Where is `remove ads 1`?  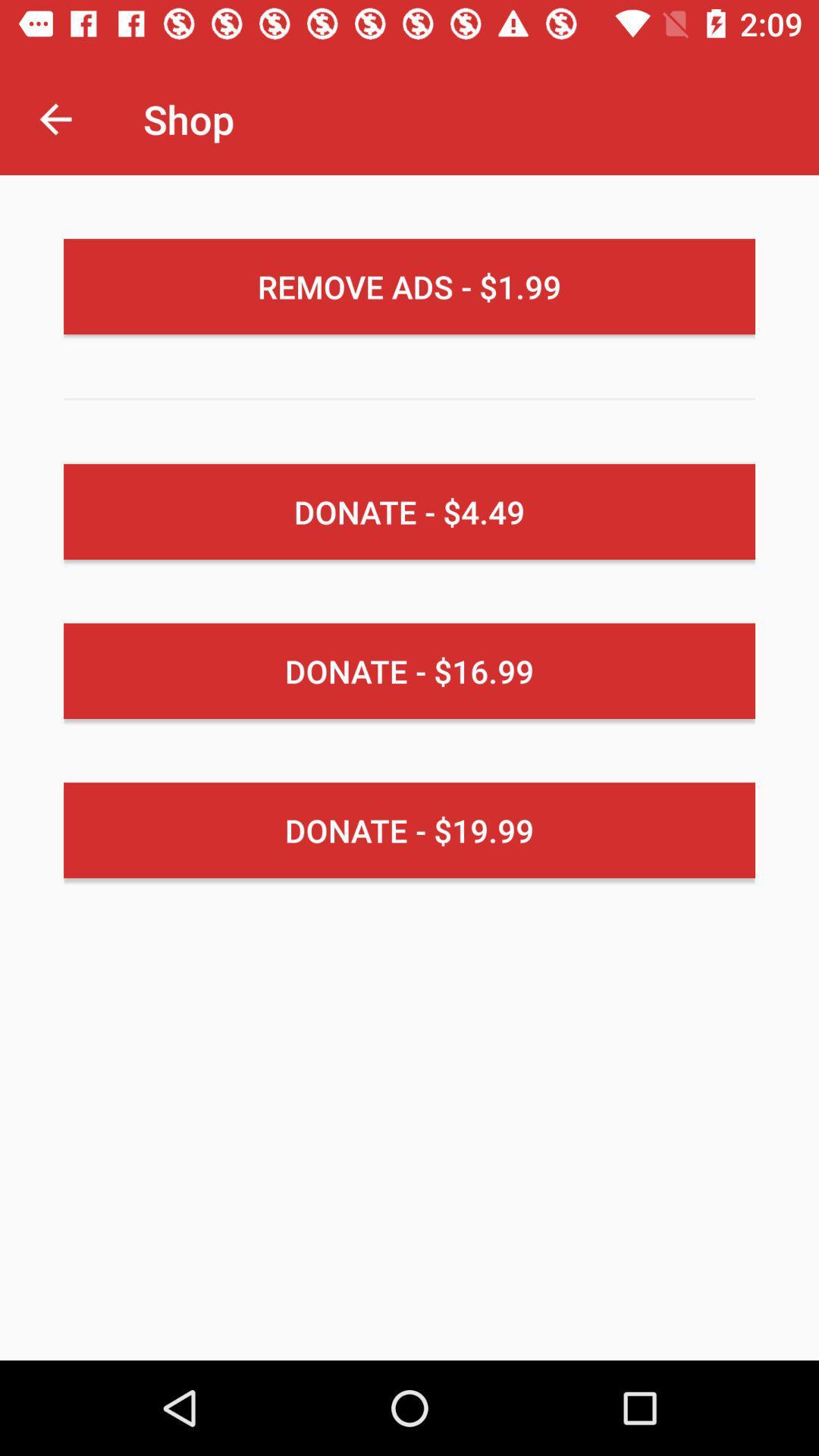
remove ads 1 is located at coordinates (409, 287).